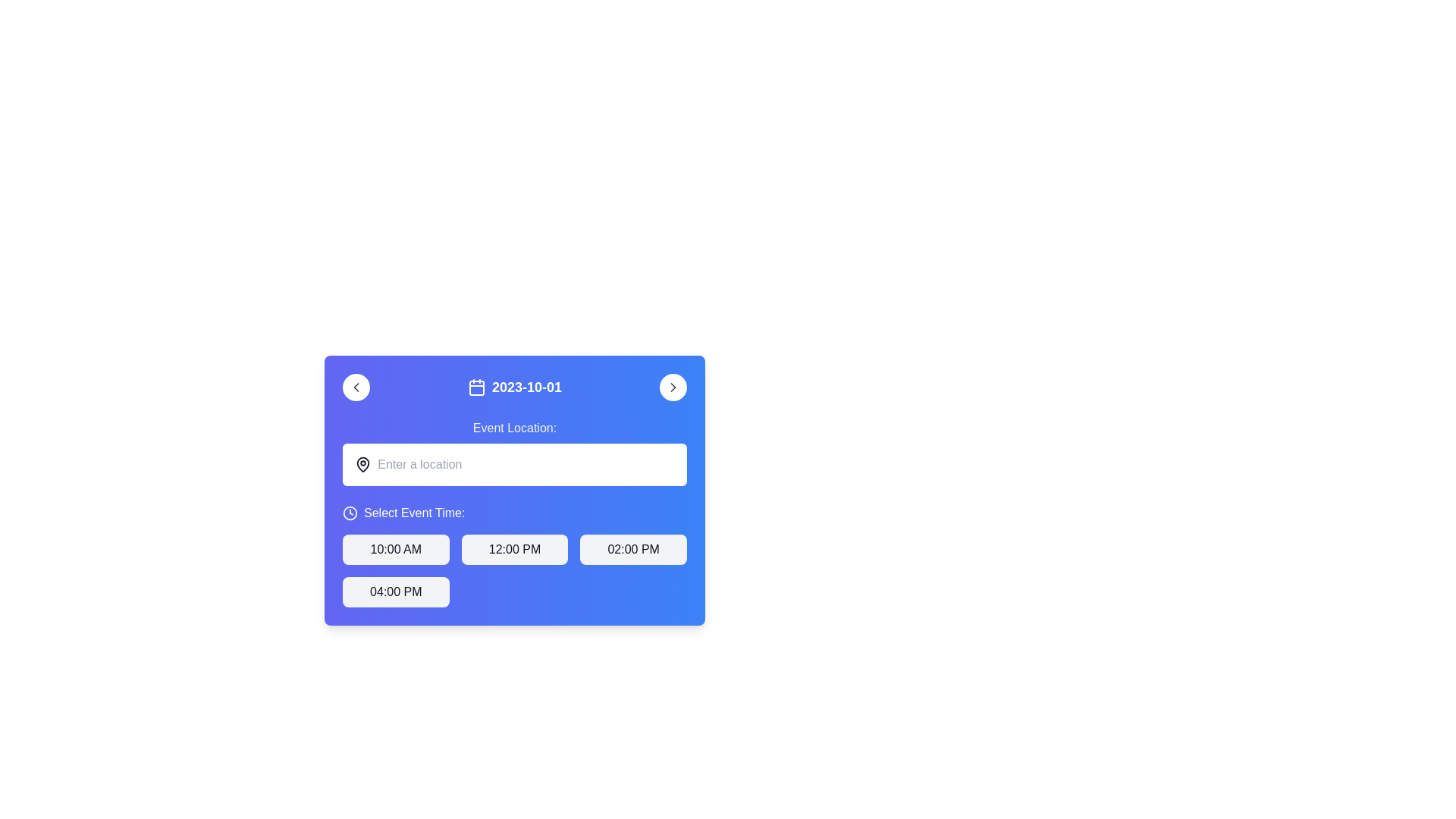 The image size is (1456, 819). What do you see at coordinates (356, 386) in the screenshot?
I see `the circular button with a chevron icon pointing to the left, which is visually distinct with a white background and positioned adjacent to the displayed date '2023-10-01' to trigger a hover effect` at bounding box center [356, 386].